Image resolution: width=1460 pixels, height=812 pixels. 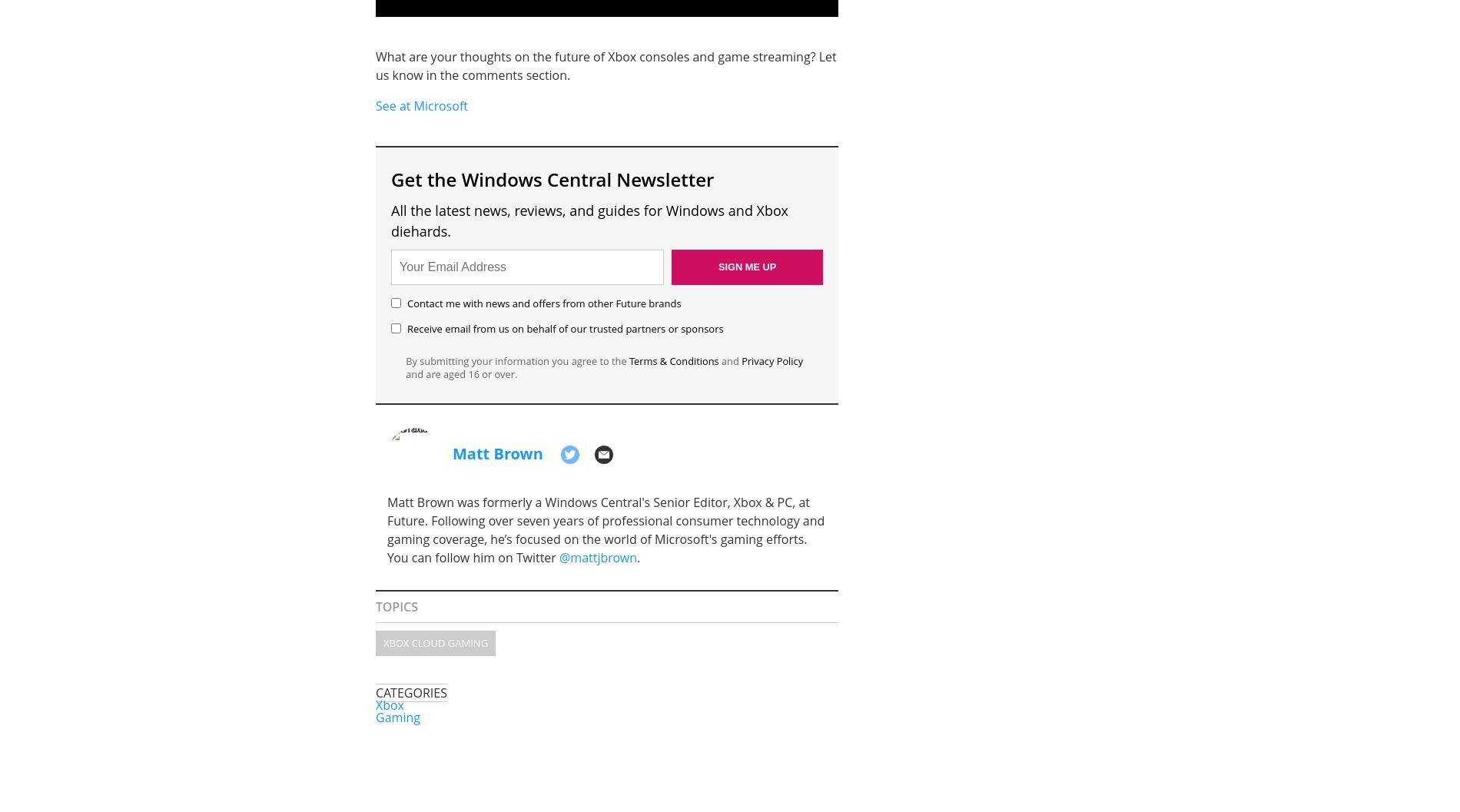 What do you see at coordinates (589, 219) in the screenshot?
I see `'All the latest news, reviews, and guides for Windows and Xbox diehards.'` at bounding box center [589, 219].